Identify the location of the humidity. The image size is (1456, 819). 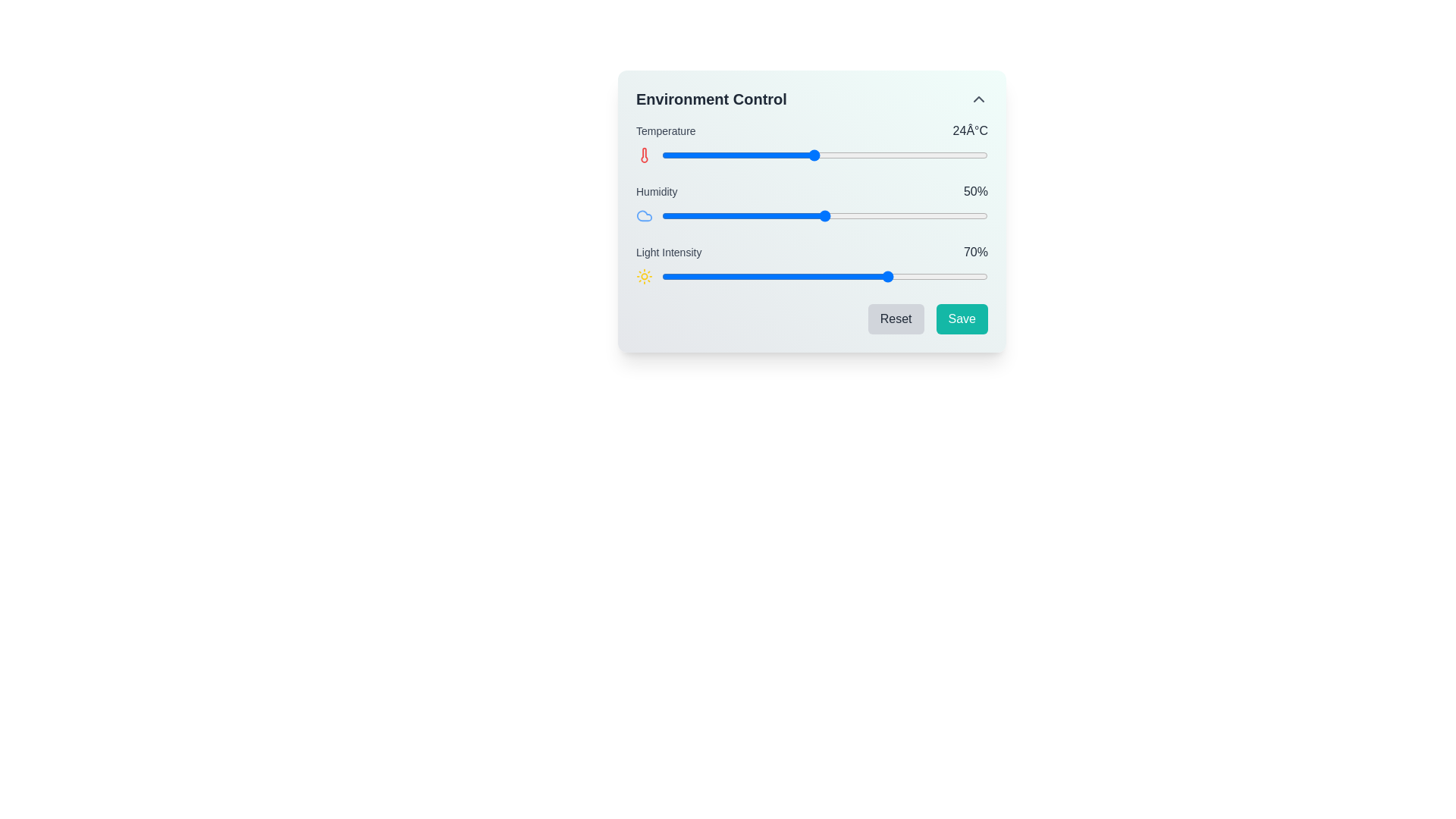
(713, 216).